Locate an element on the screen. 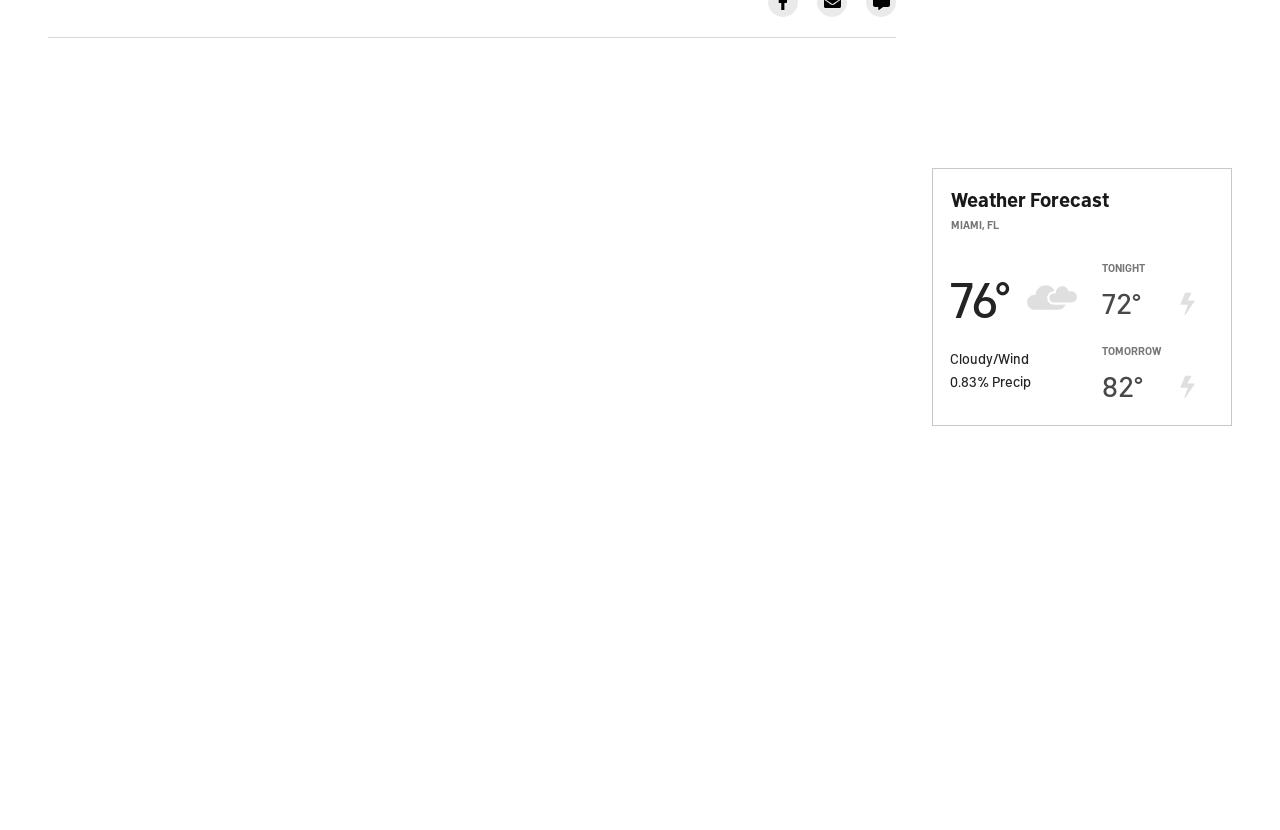 This screenshot has width=1280, height=830. '0.83' is located at coordinates (963, 378).